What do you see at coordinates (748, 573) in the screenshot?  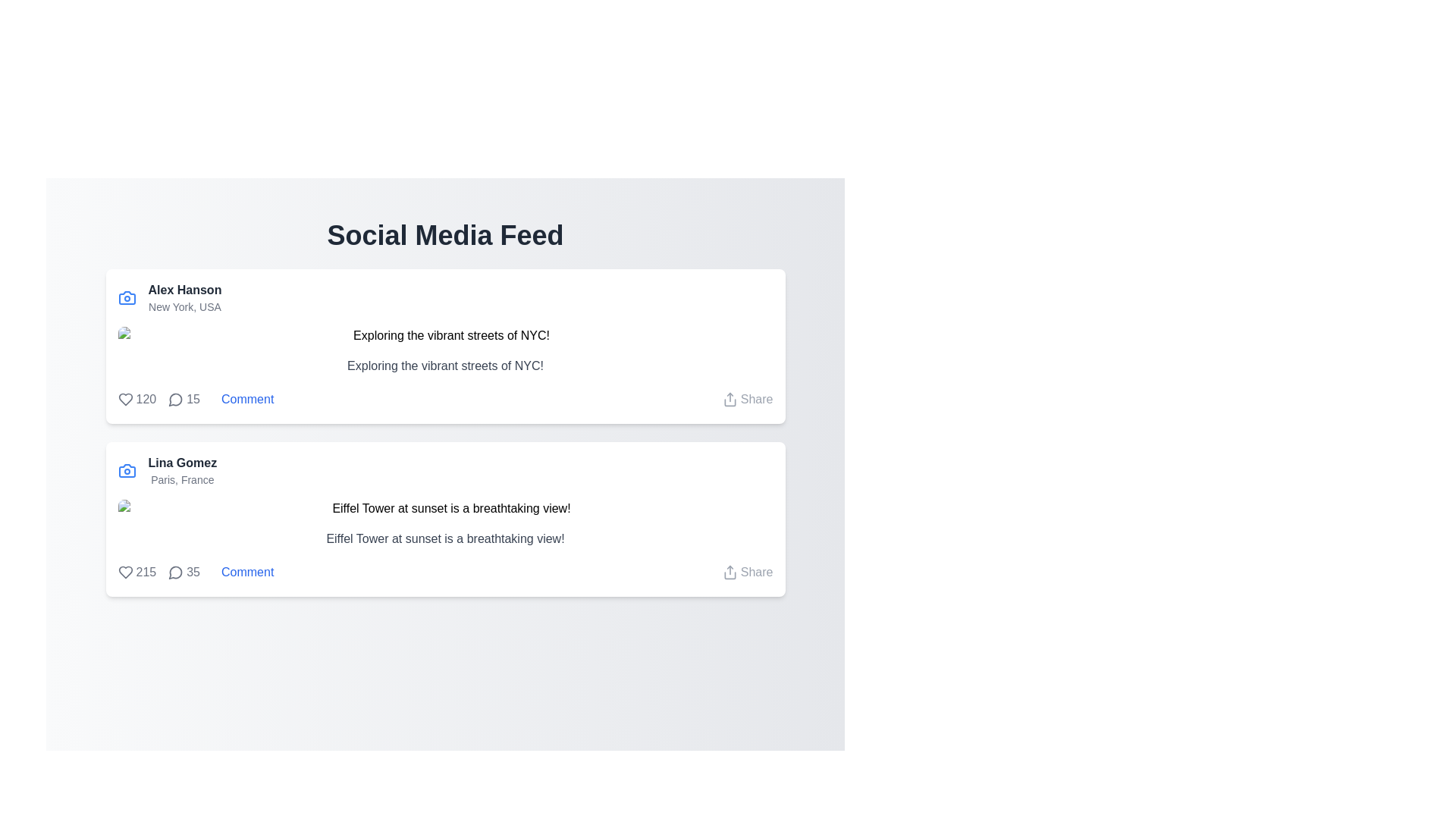 I see `the 'Share' button located in the lower right corner of the second post to observe the styling change from gray to blue` at bounding box center [748, 573].